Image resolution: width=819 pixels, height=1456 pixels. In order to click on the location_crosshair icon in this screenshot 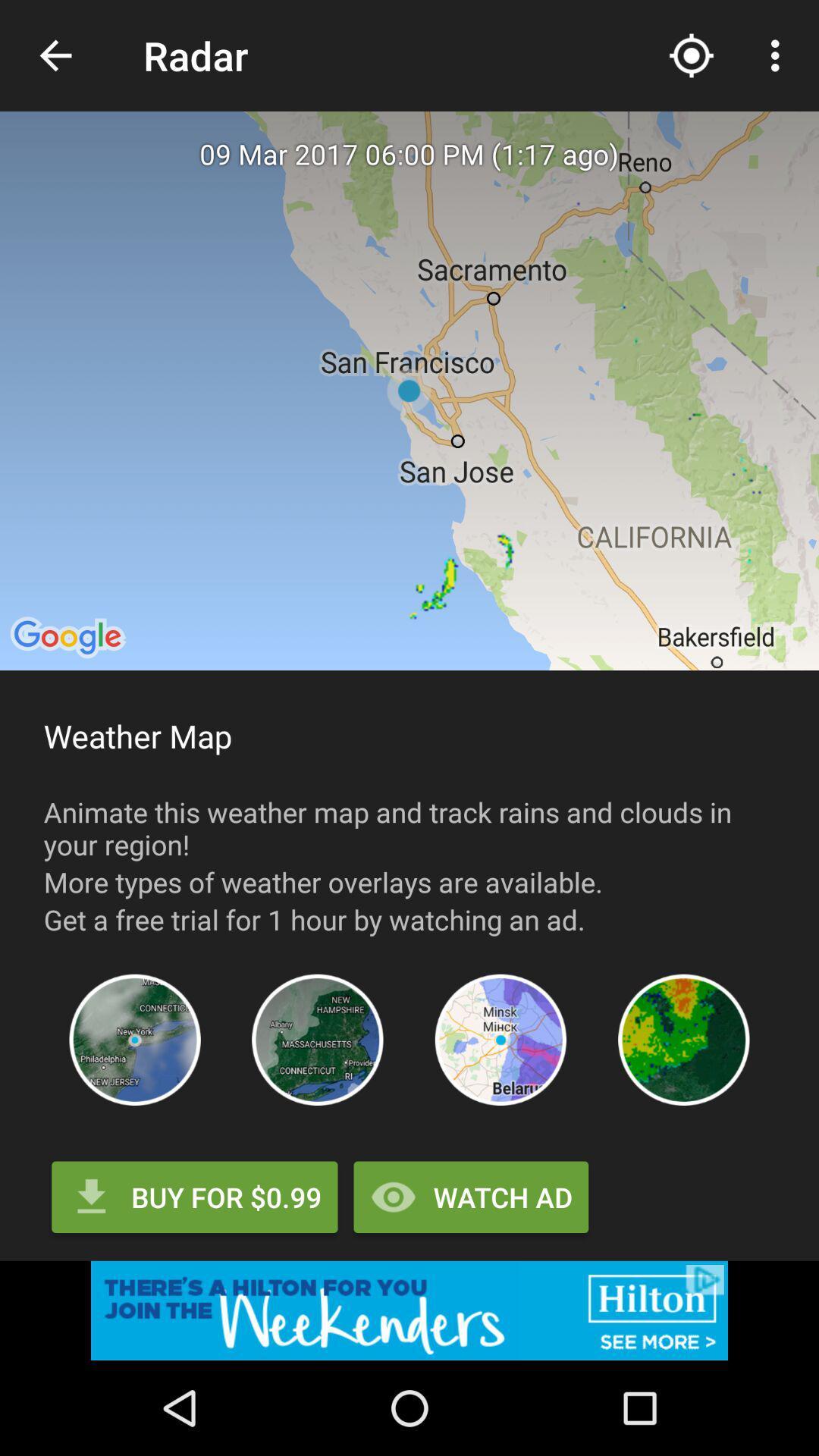, I will do `click(690, 42)`.